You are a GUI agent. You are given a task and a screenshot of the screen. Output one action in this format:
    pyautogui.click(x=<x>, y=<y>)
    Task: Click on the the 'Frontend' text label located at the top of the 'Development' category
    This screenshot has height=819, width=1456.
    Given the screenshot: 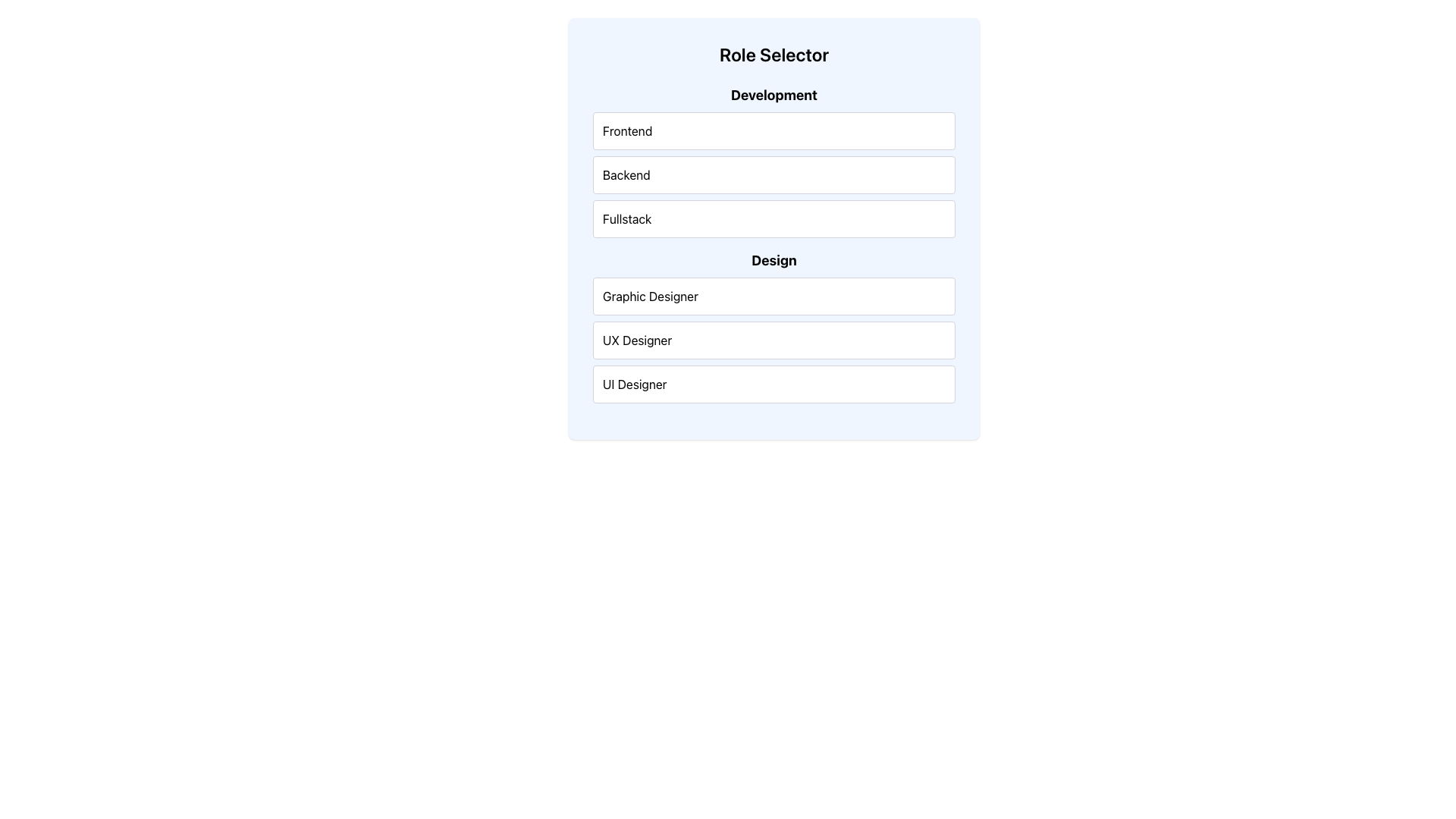 What is the action you would take?
    pyautogui.click(x=627, y=130)
    